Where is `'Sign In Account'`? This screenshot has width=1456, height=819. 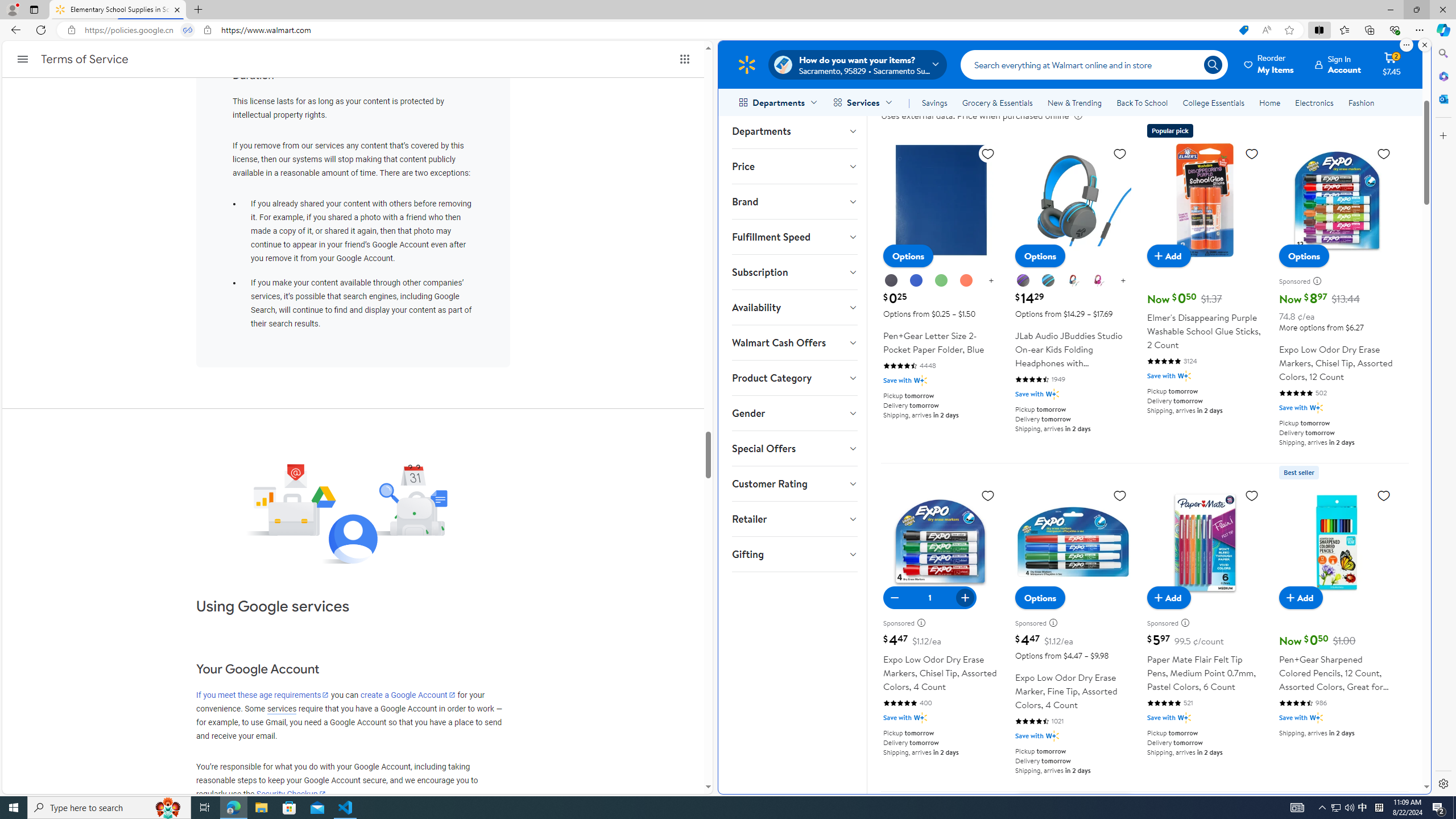 'Sign In Account' is located at coordinates (1338, 64).